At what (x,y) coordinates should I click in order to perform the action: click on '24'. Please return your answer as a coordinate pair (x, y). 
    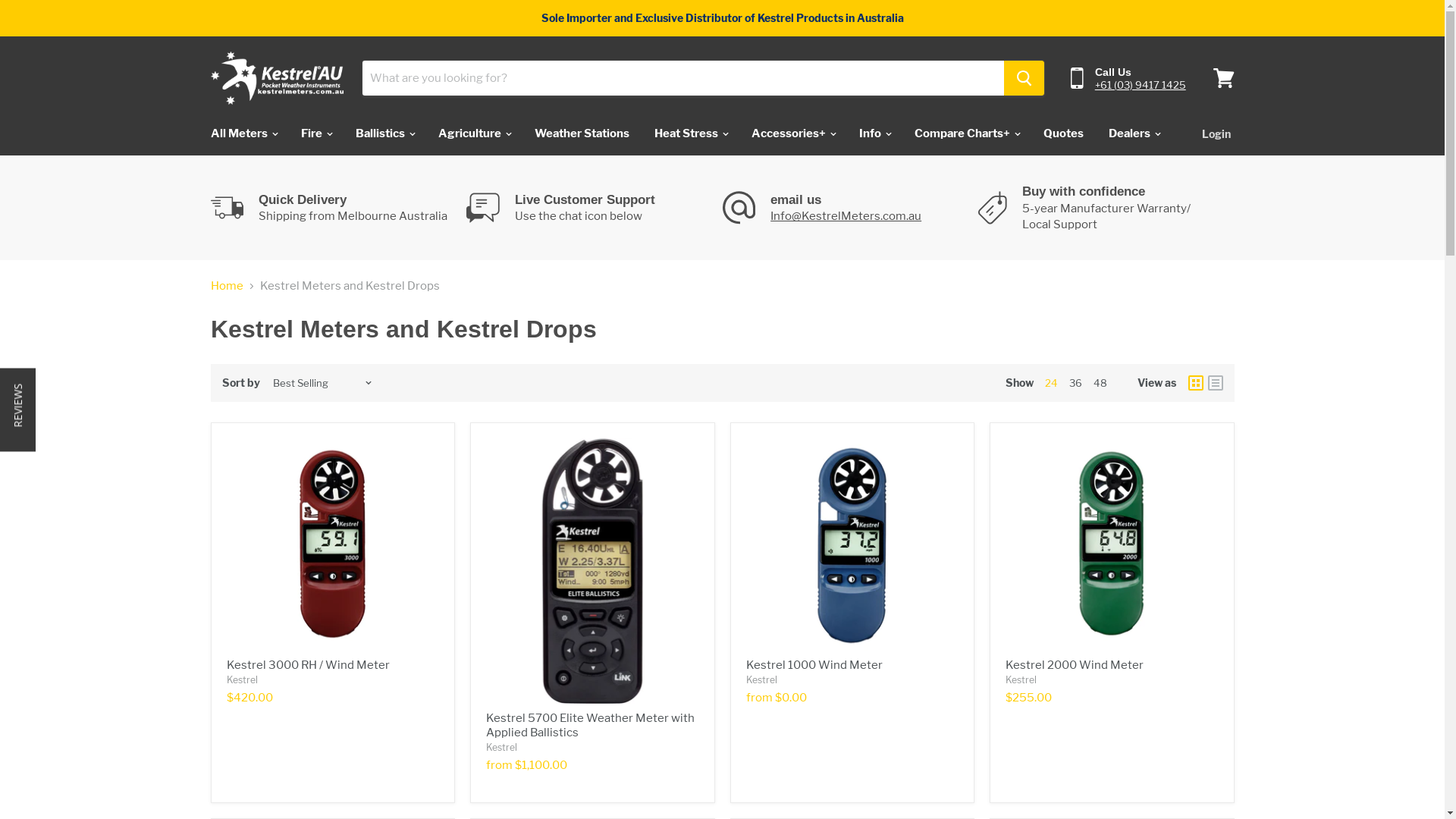
    Looking at the image, I should click on (1043, 382).